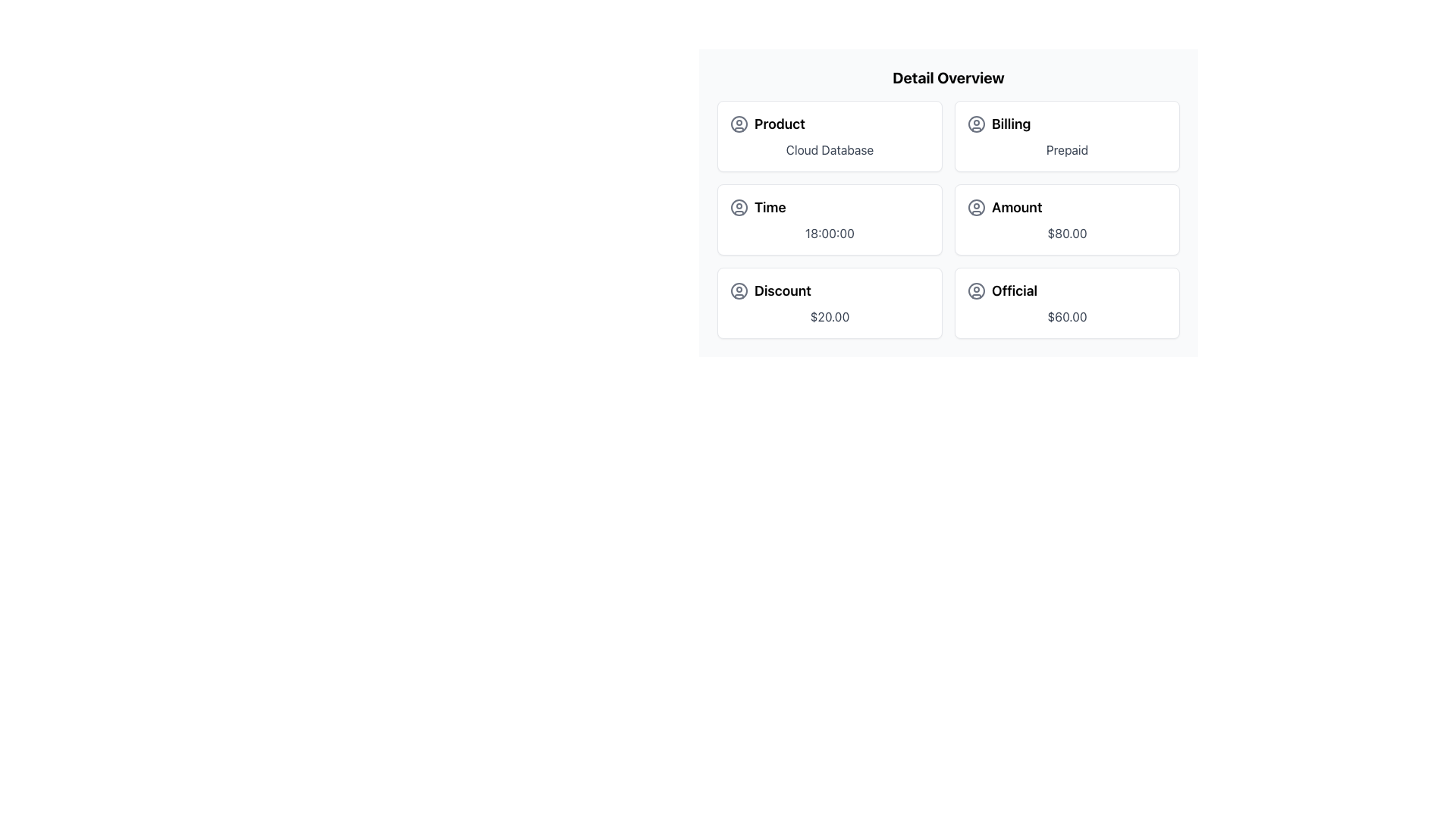 The height and width of the screenshot is (819, 1456). I want to click on the circular user profile icon outlined with a bold gray border, located to the left of the text 'Product' in the first row of the grid layout, so click(739, 124).